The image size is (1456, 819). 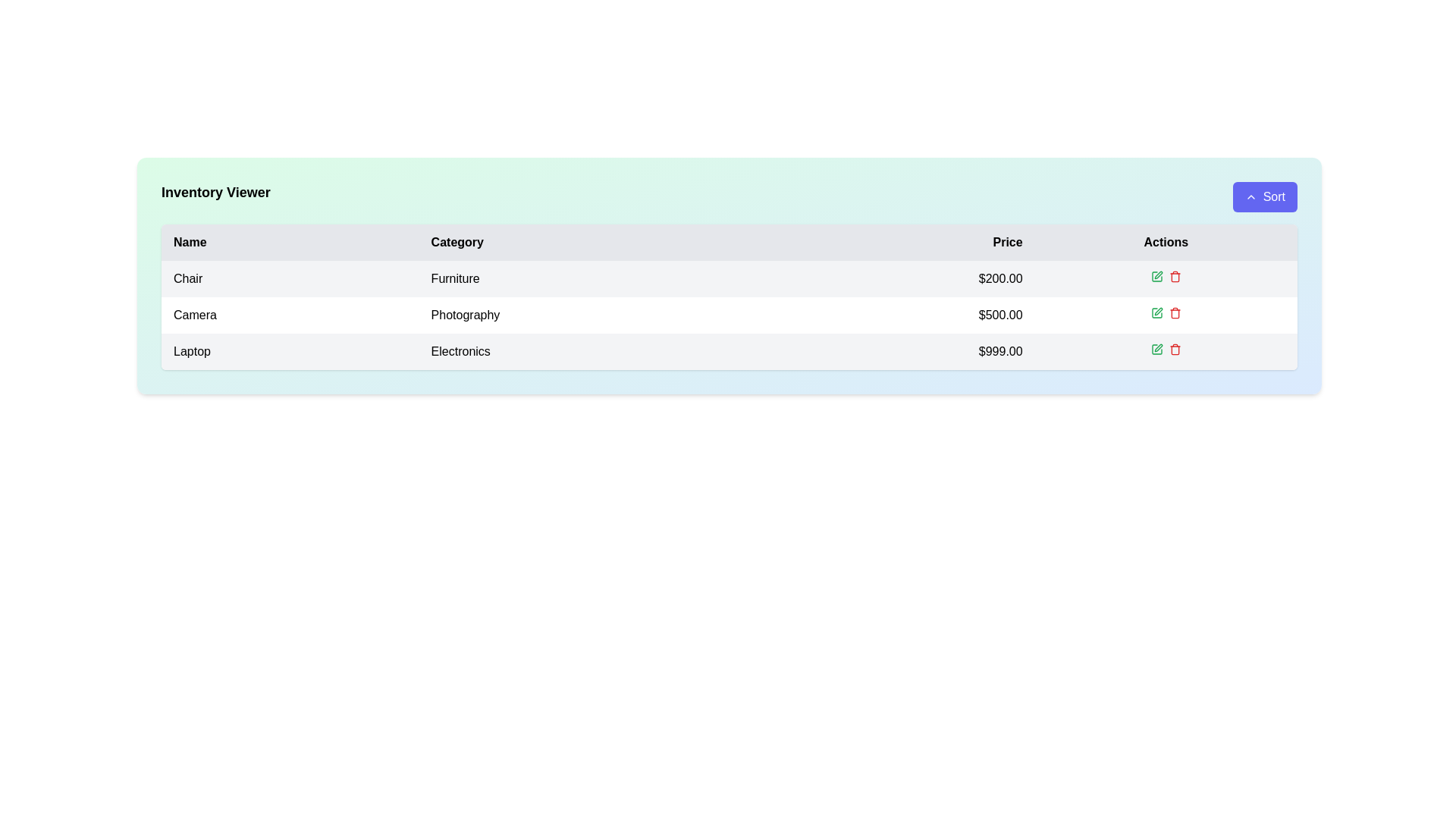 What do you see at coordinates (729, 351) in the screenshot?
I see `the third row of the data table displaying details about the product 'Laptop', which includes its category and price` at bounding box center [729, 351].